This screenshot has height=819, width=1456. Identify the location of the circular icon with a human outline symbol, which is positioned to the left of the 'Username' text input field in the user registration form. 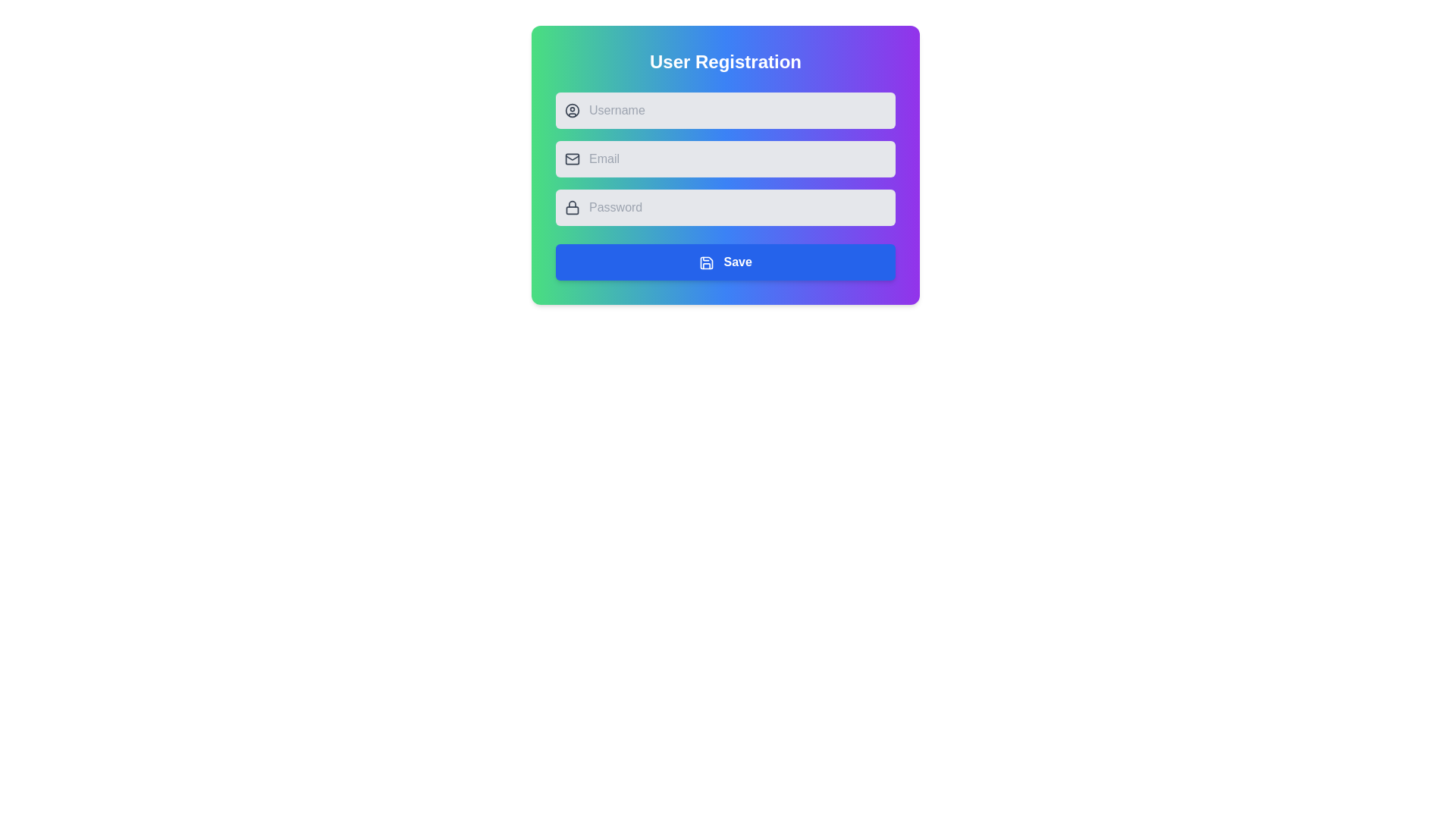
(571, 110).